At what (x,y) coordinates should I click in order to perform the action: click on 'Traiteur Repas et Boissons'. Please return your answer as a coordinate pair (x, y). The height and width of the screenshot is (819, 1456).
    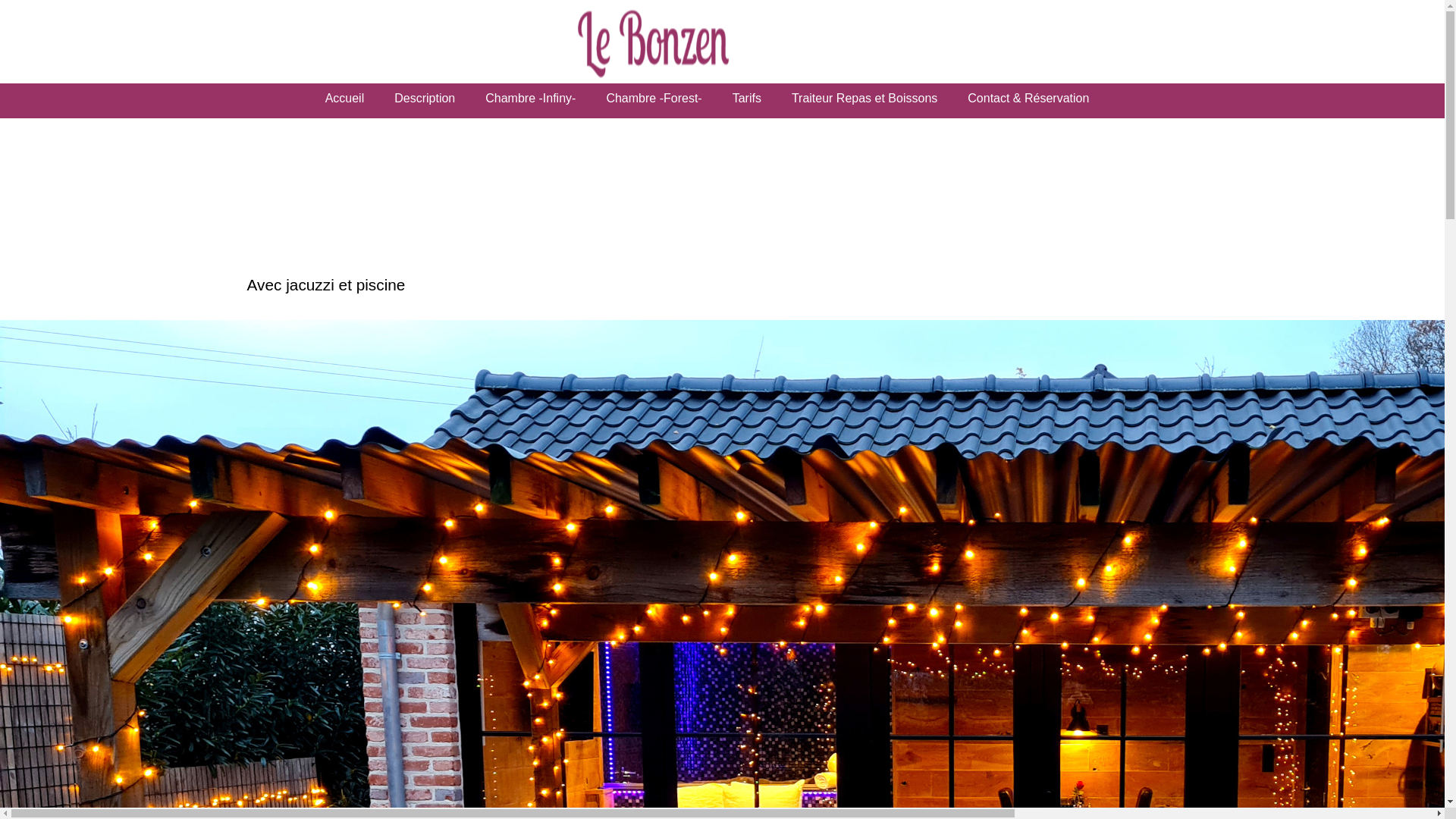
    Looking at the image, I should click on (864, 99).